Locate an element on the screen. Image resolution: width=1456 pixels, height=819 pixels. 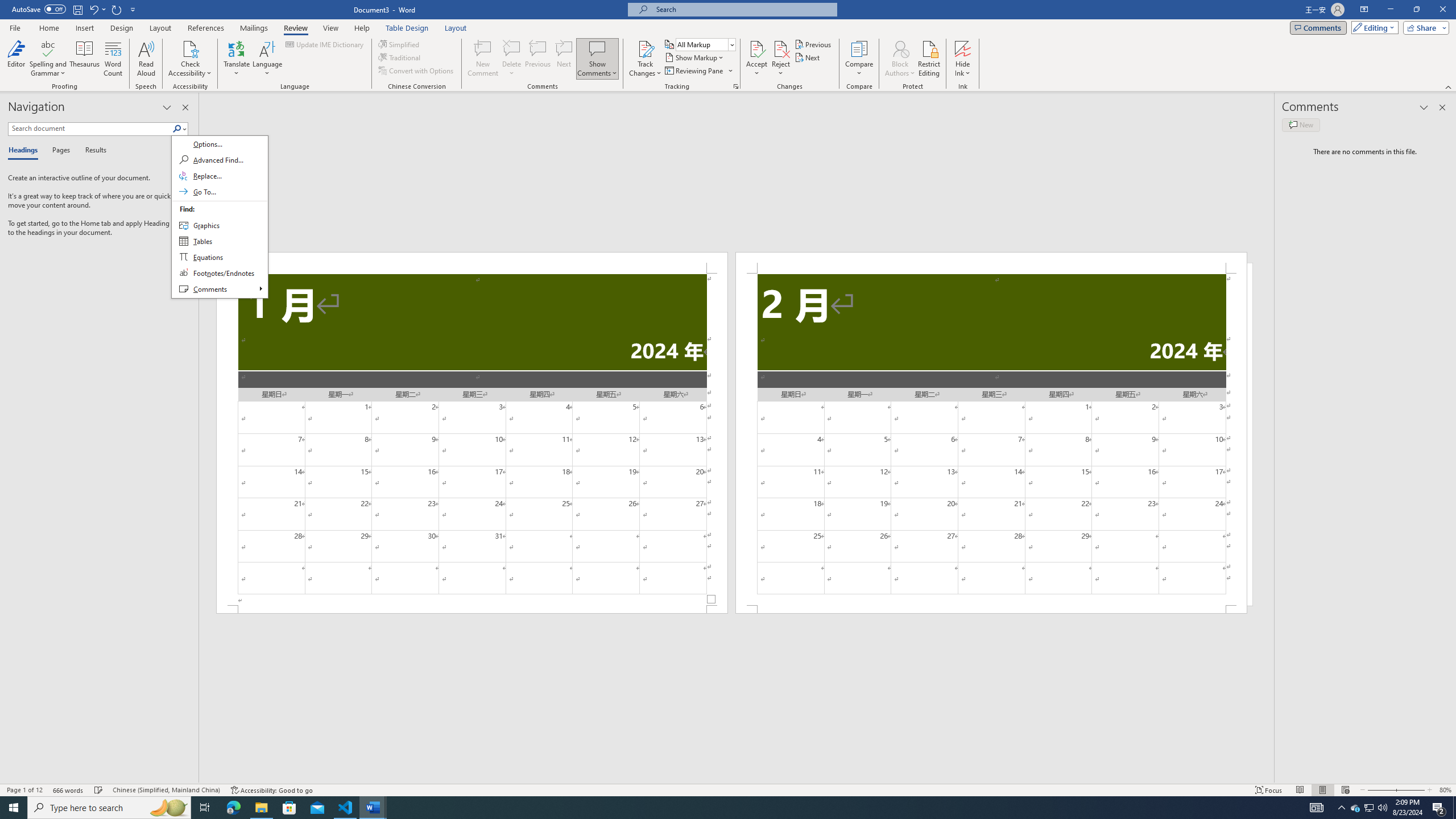
'Undo Increase Indent' is located at coordinates (97, 9).